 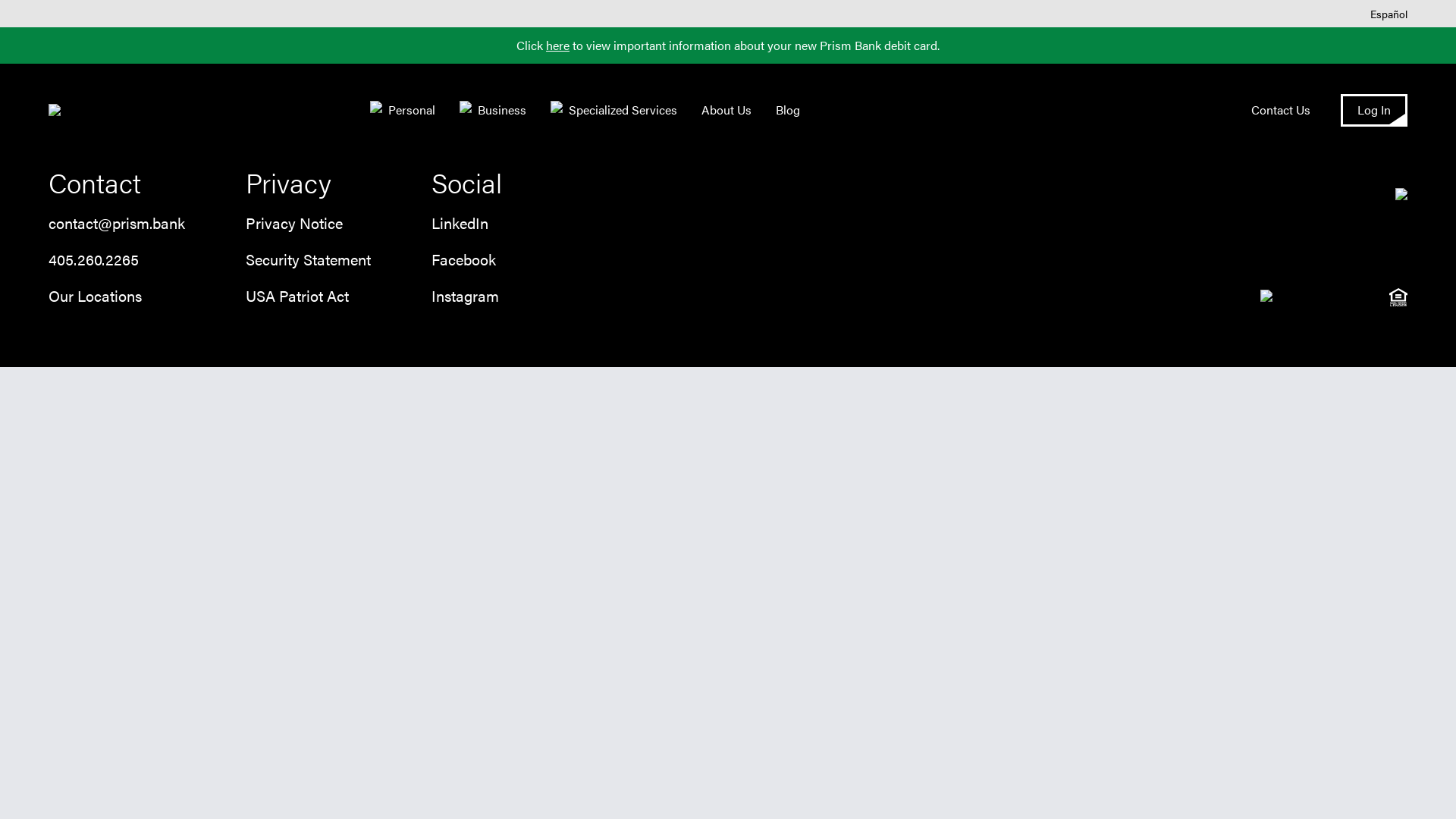 I want to click on 'About Us', so click(x=726, y=108).